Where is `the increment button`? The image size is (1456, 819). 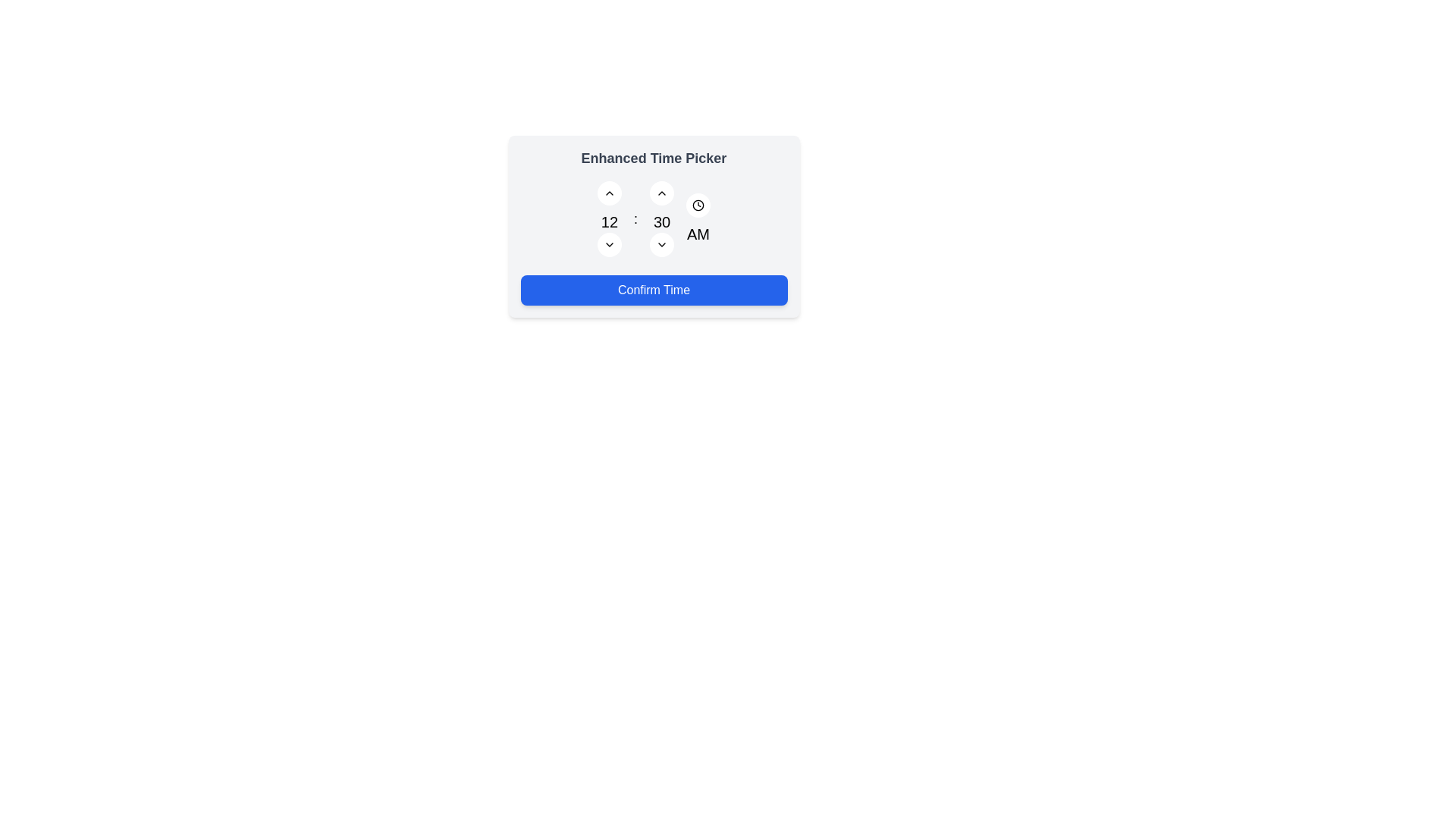 the increment button is located at coordinates (609, 192).